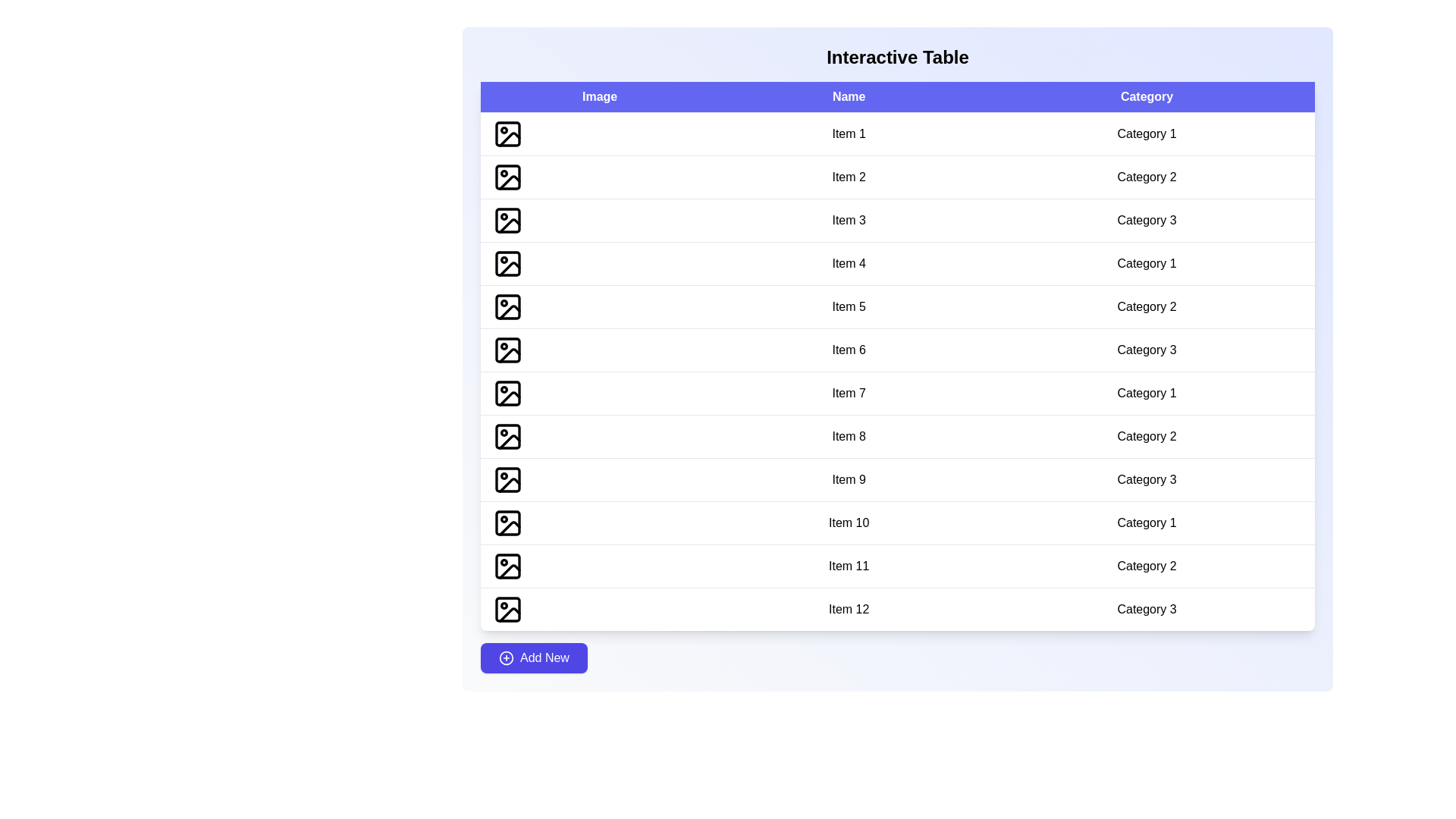 The width and height of the screenshot is (1456, 819). I want to click on the 'Add New' button to open its context menu, so click(534, 657).